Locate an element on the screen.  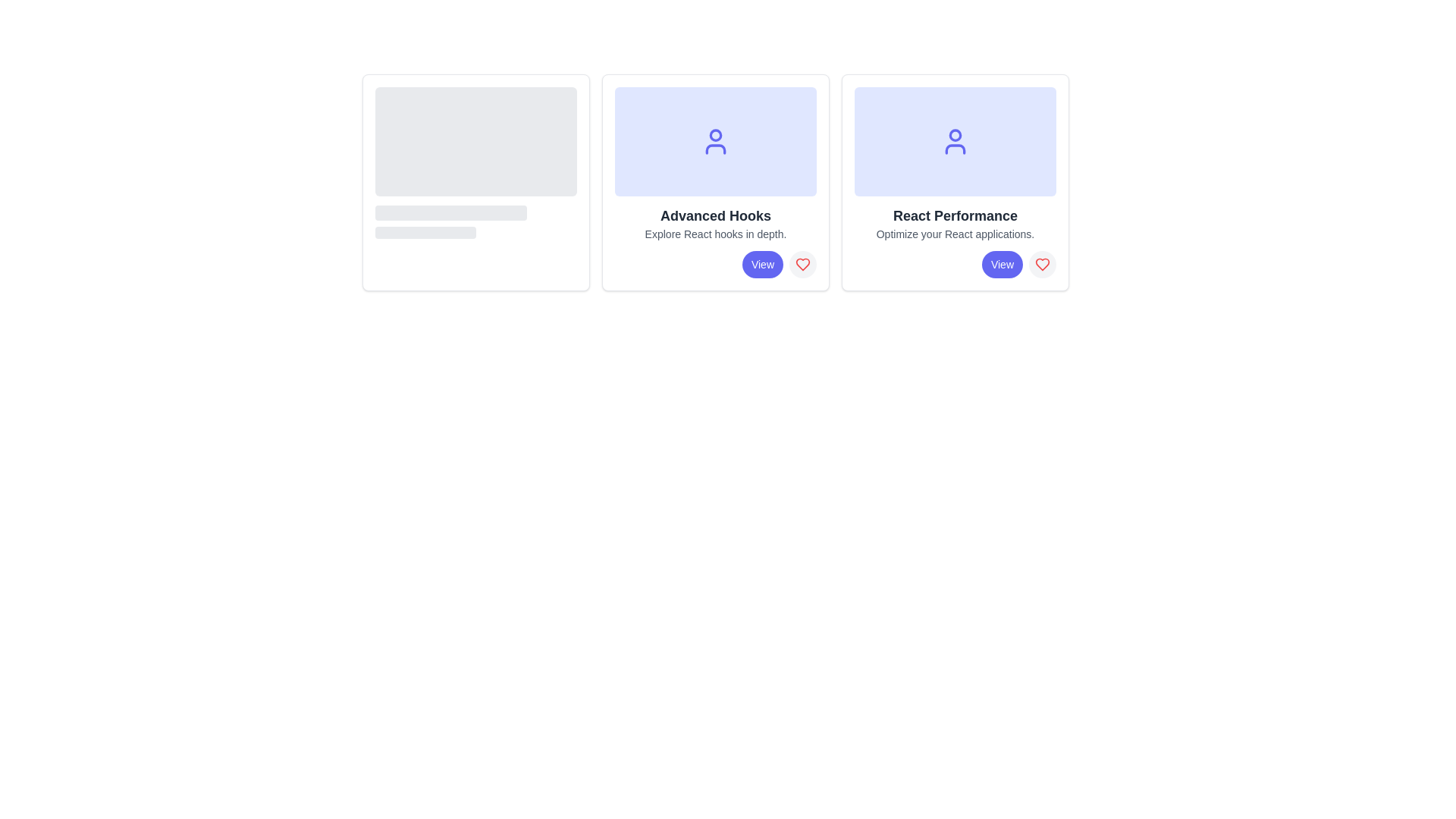
the 'View' button, which is a rounded rectangular button with an indigo background and white text, located at the bottom right of a card displaying 'React Performance' is located at coordinates (1001, 263).